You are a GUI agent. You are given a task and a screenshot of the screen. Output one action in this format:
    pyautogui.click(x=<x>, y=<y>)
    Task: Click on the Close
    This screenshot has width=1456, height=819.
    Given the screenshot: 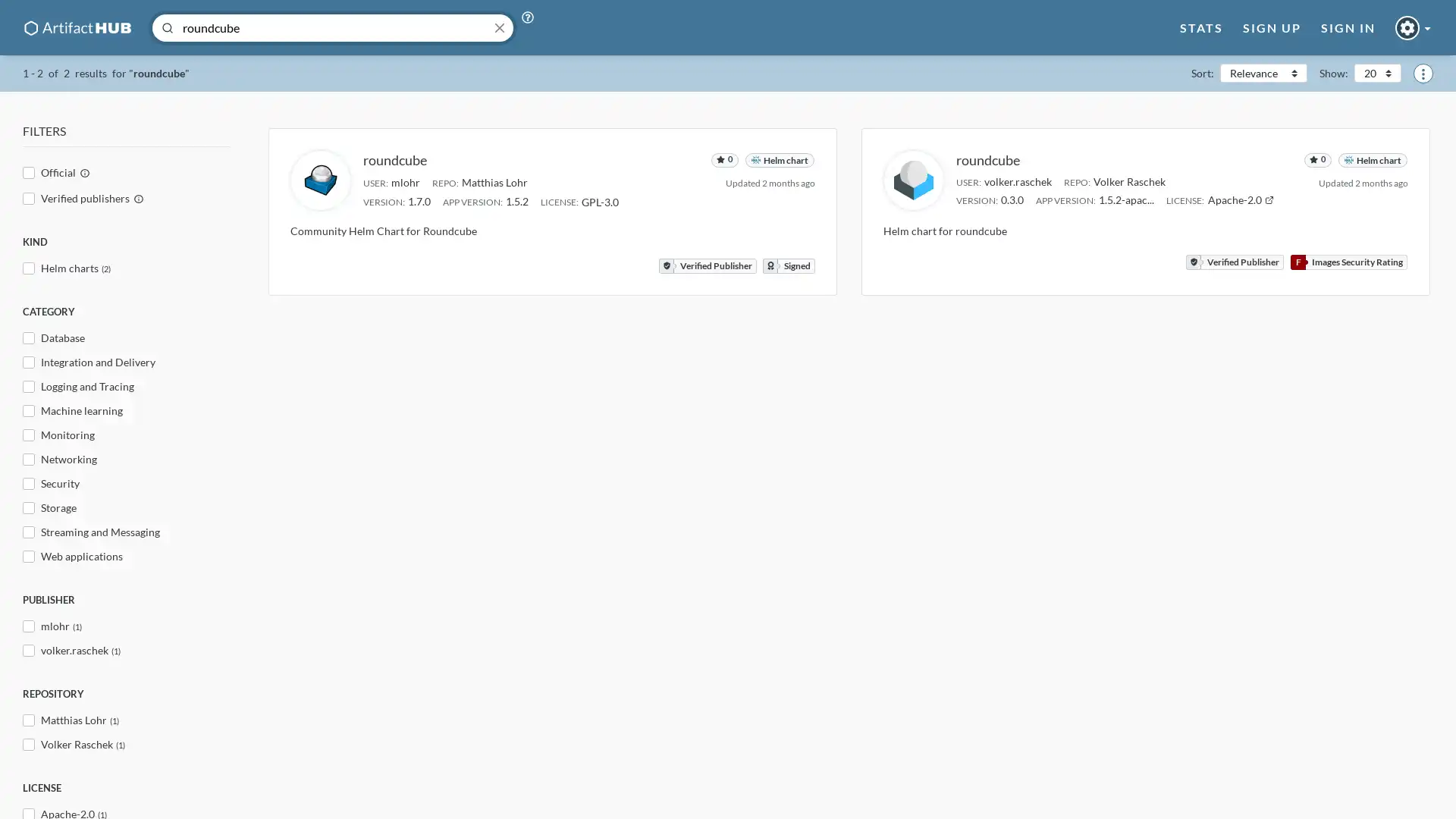 What is the action you would take?
    pyautogui.click(x=499, y=27)
    